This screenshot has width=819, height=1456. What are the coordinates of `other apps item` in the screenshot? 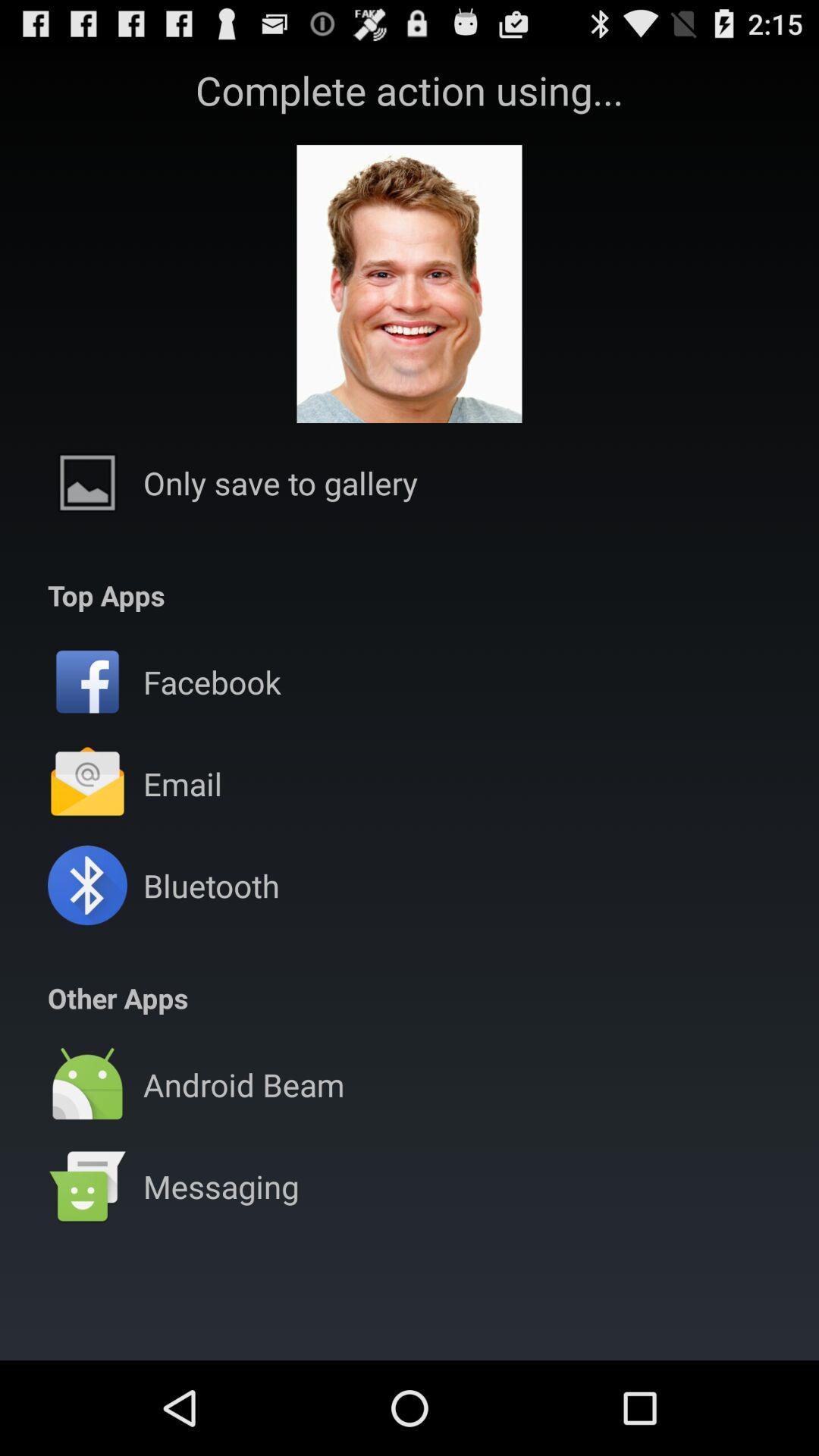 It's located at (117, 998).